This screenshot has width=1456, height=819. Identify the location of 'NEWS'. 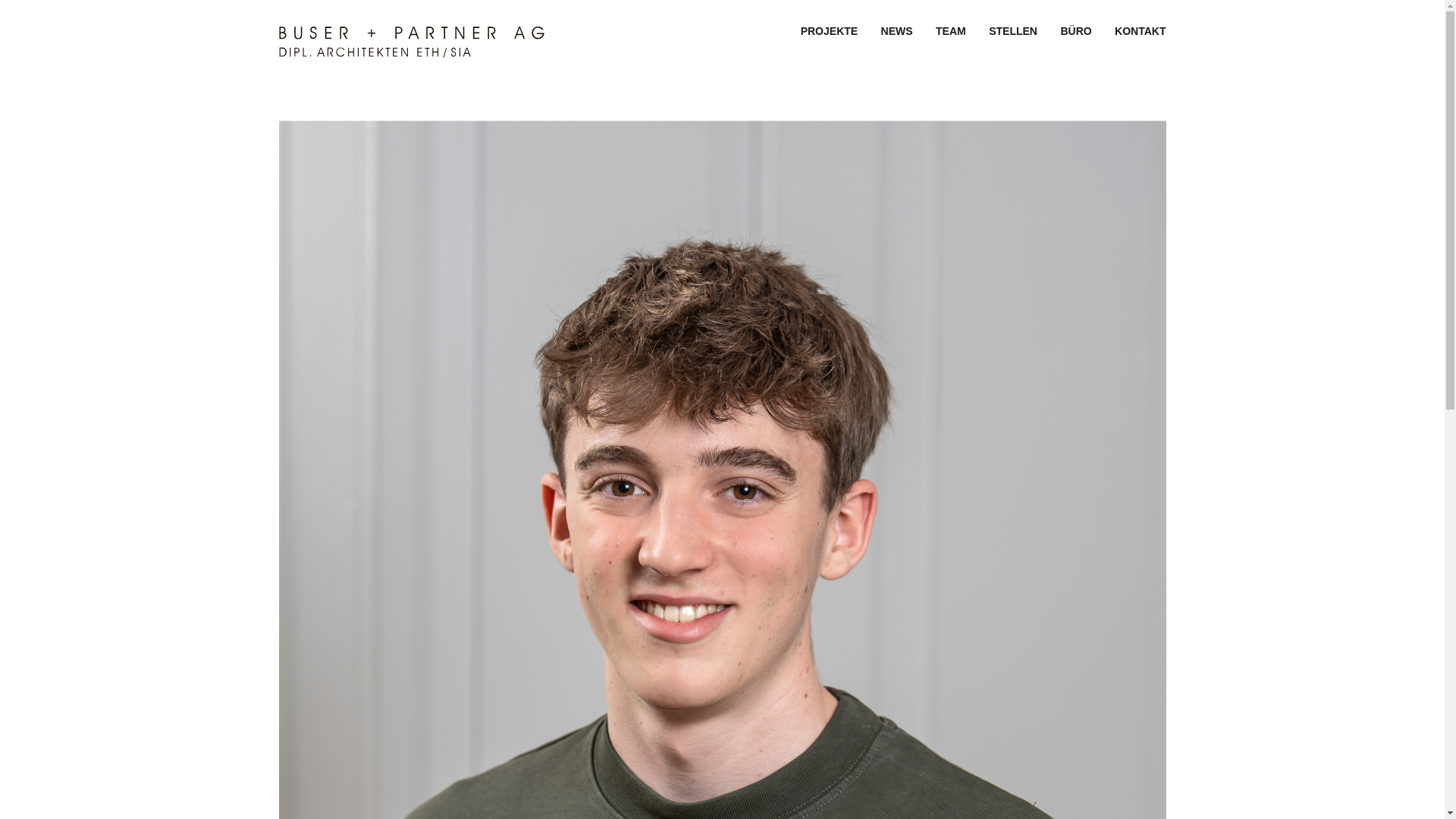
(871, 31).